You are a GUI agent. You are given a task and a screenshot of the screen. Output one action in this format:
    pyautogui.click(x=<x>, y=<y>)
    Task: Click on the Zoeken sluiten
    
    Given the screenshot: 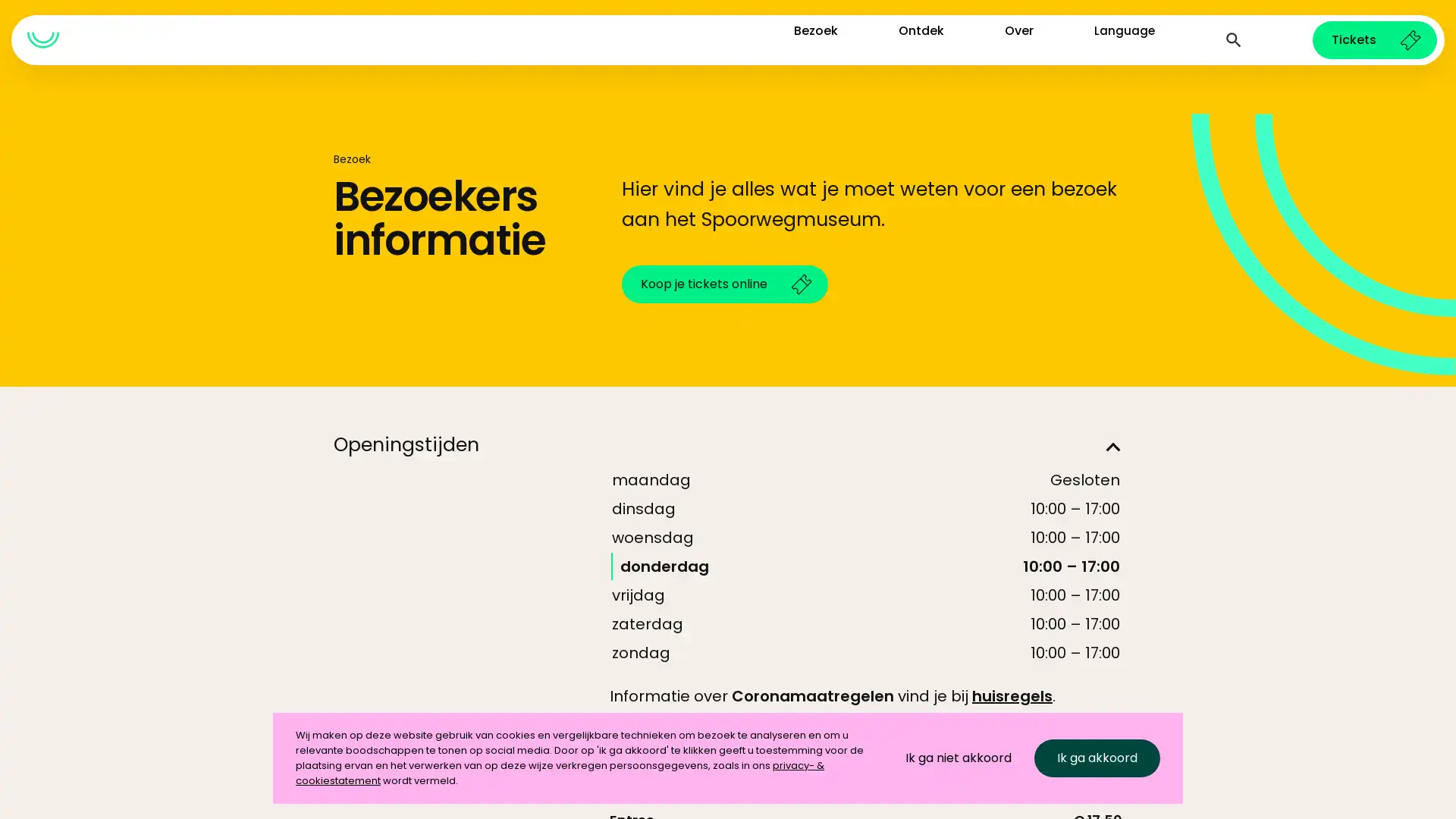 What is the action you would take?
    pyautogui.click(x=1234, y=39)
    